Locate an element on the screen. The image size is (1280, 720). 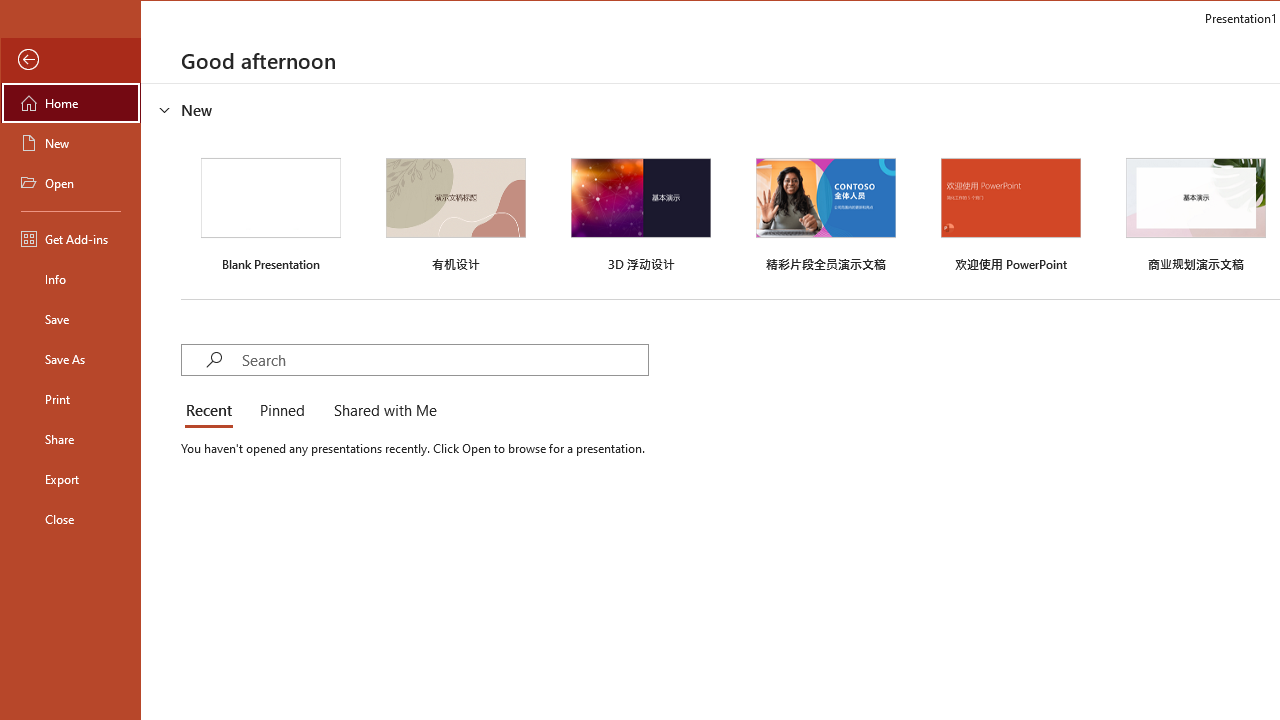
'Export' is located at coordinates (71, 479).